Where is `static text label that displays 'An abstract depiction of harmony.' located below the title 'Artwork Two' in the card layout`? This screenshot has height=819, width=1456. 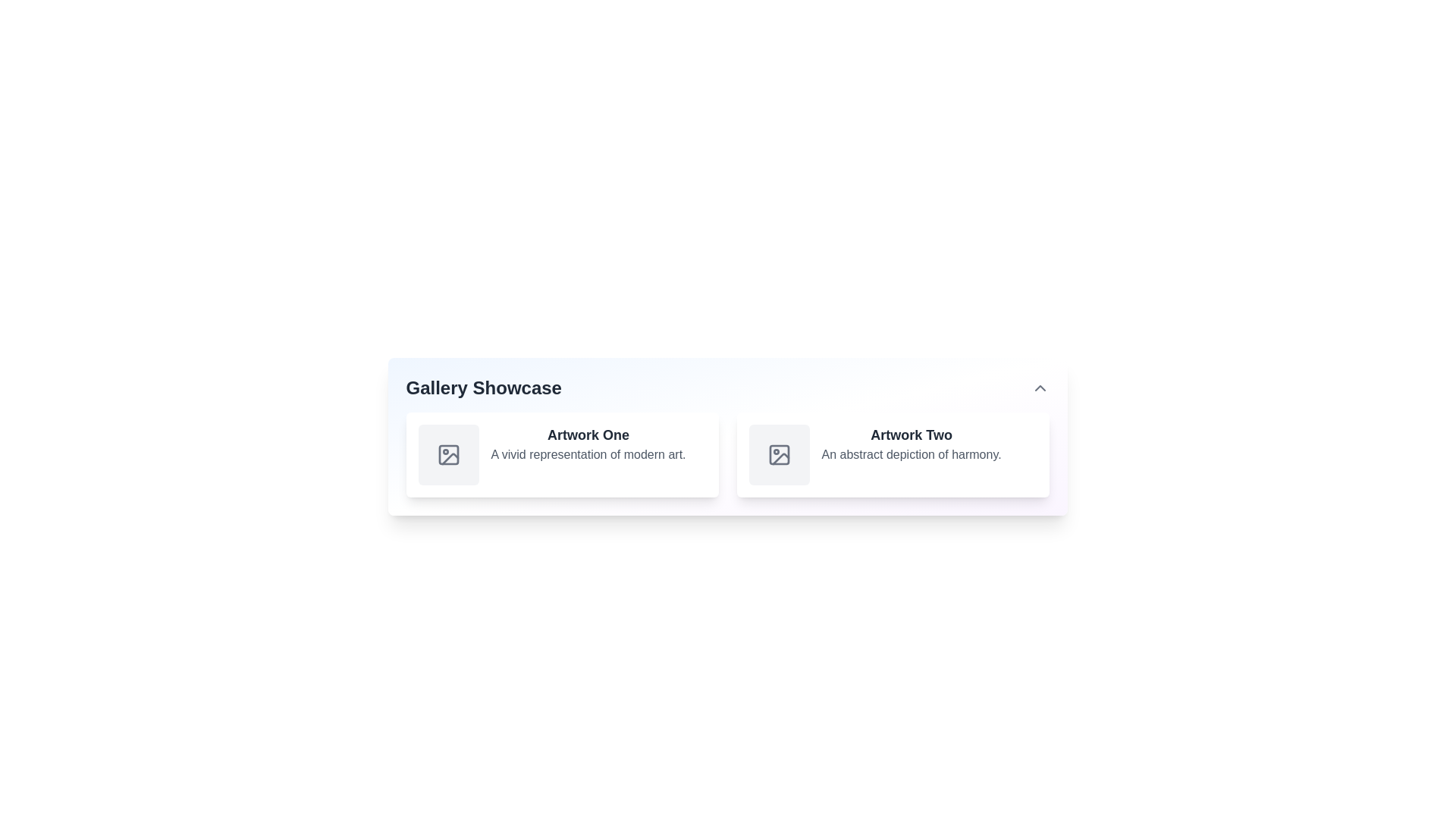 static text label that displays 'An abstract depiction of harmony.' located below the title 'Artwork Two' in the card layout is located at coordinates (911, 454).